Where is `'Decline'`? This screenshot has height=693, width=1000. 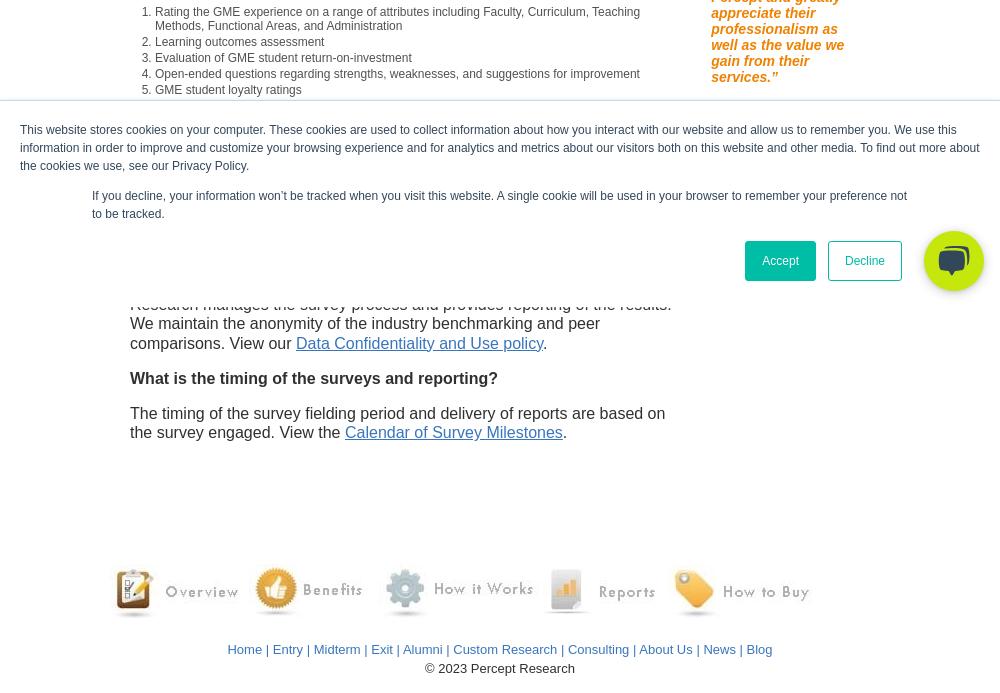
'Decline' is located at coordinates (863, 259).